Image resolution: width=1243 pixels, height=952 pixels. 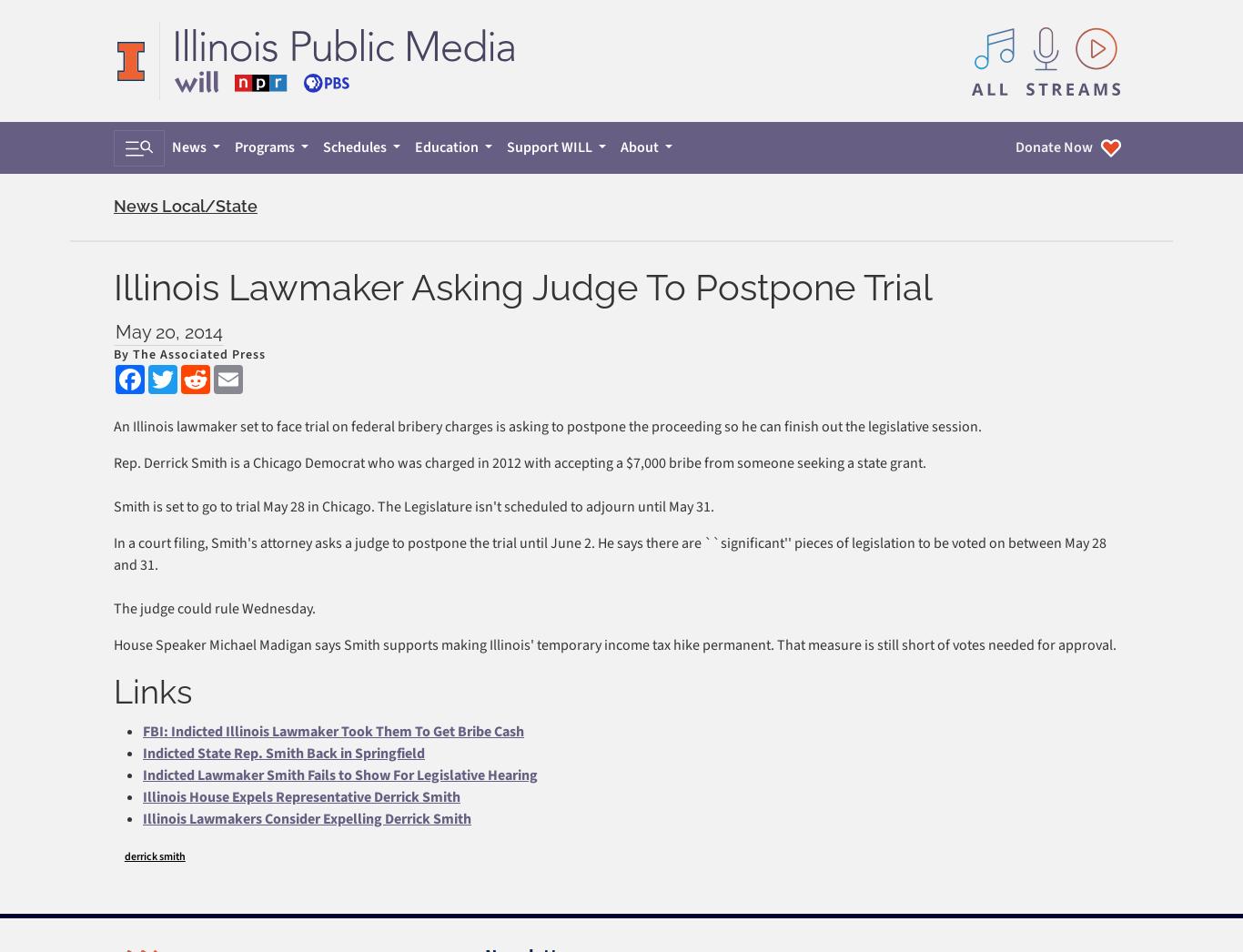 I want to click on 'Accessibility at Illinois', so click(x=177, y=602).